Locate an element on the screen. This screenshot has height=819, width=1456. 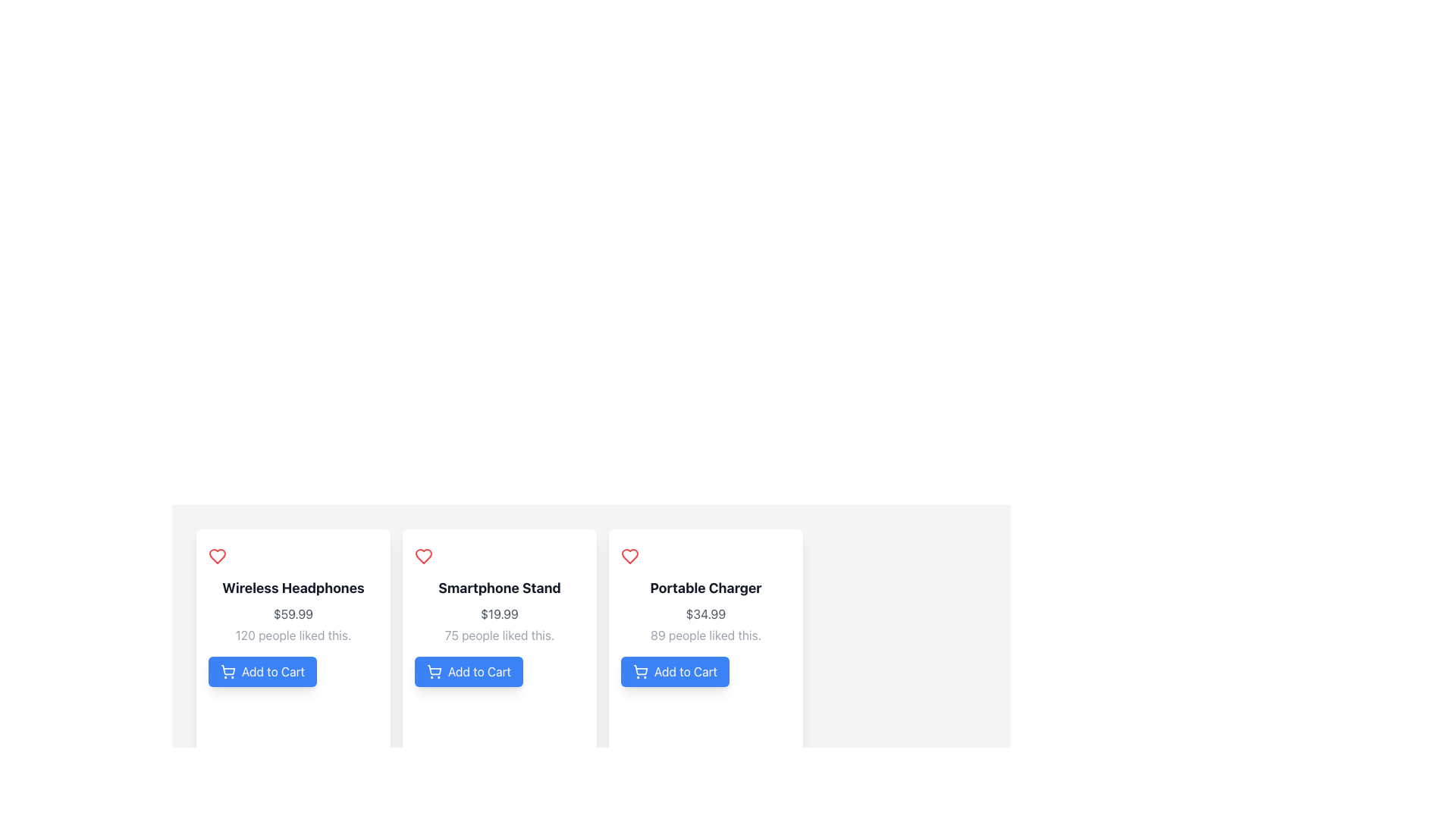
the static text label that displays the count of users who liked the 'Portable Charger' product, located above the blue 'Add to Cart' button is located at coordinates (705, 635).